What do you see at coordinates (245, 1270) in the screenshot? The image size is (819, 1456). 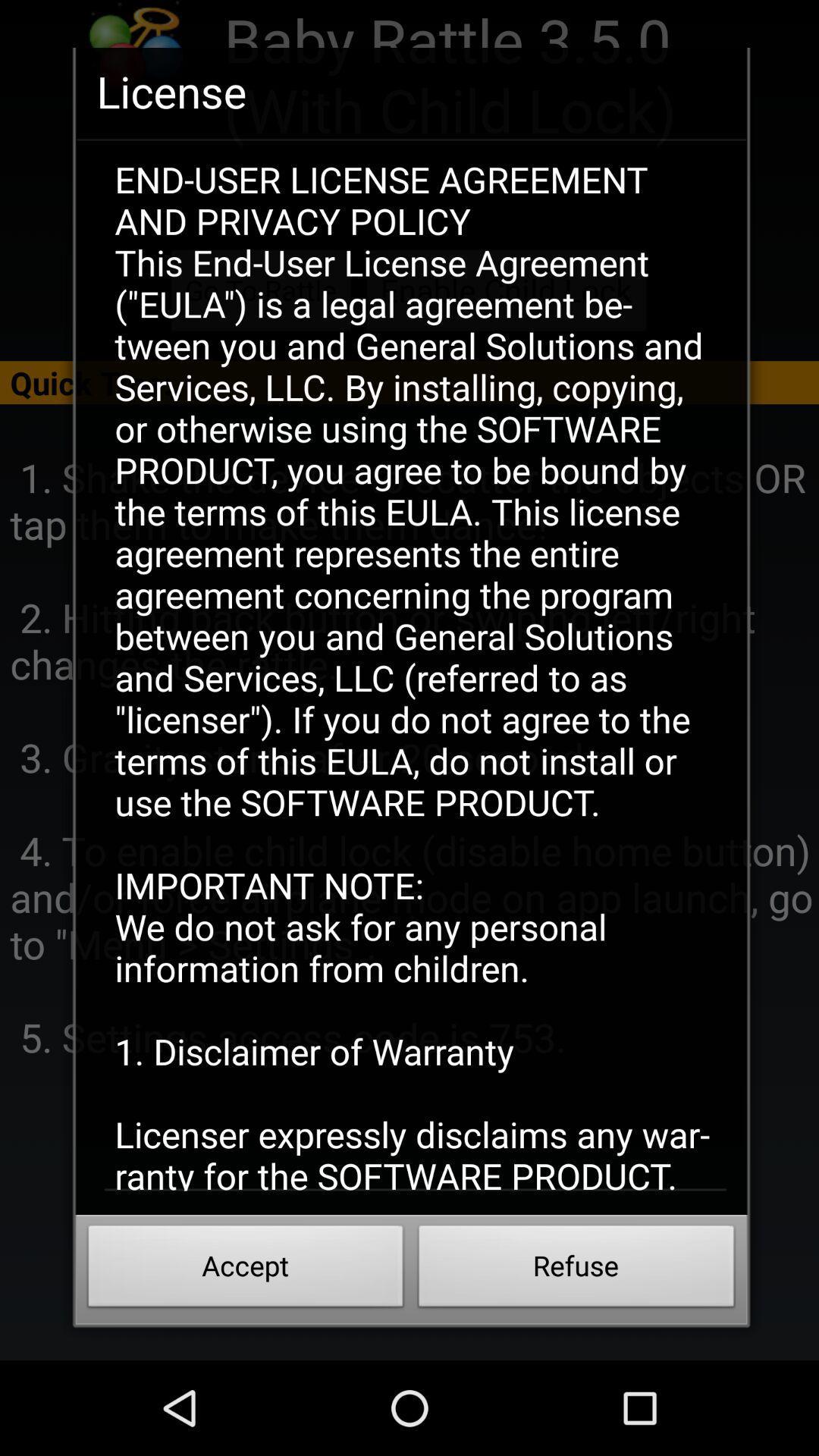 I see `item next to the refuse button` at bounding box center [245, 1270].